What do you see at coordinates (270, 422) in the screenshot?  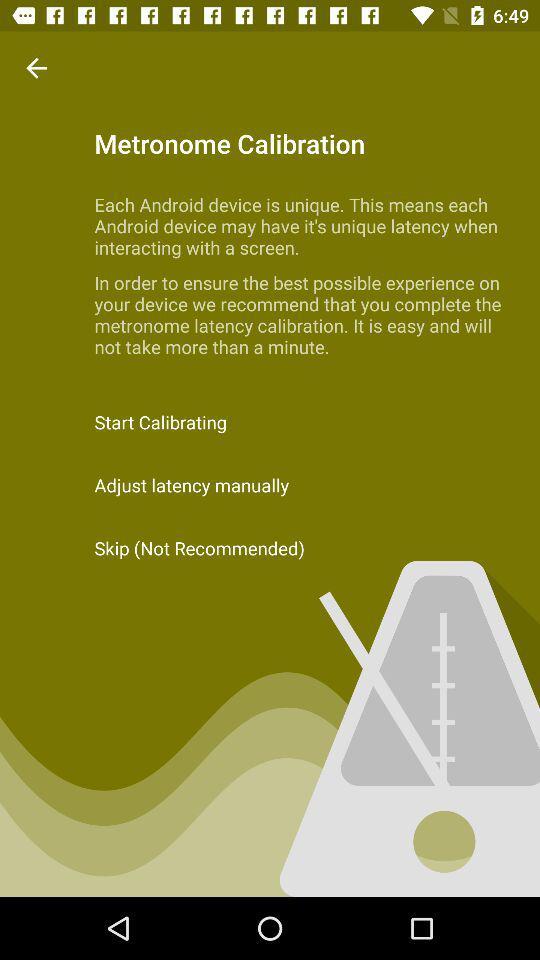 I see `the start calibrating item` at bounding box center [270, 422].